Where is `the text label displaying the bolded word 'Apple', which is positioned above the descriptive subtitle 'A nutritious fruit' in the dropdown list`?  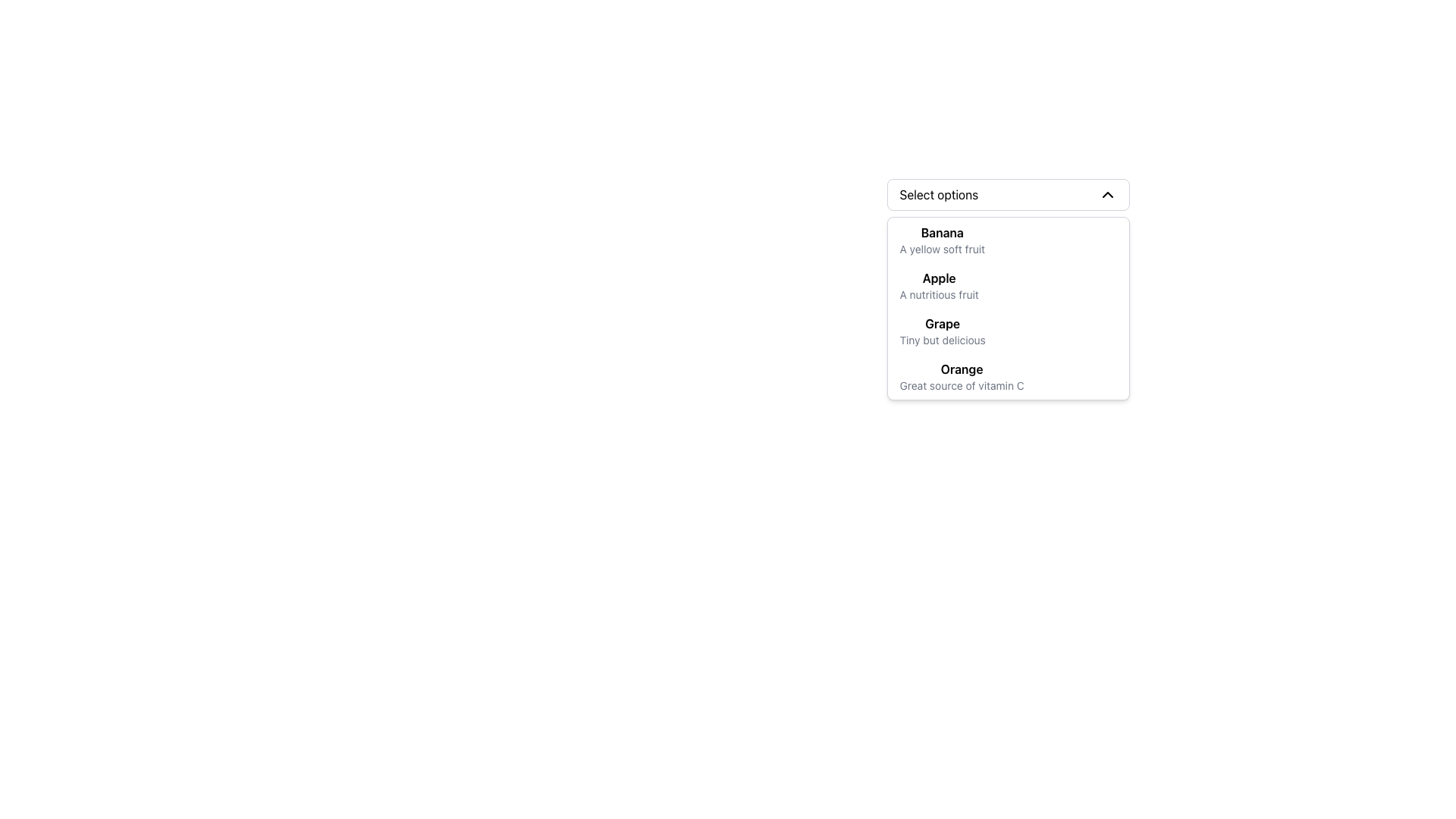
the text label displaying the bolded word 'Apple', which is positioned above the descriptive subtitle 'A nutritious fruit' in the dropdown list is located at coordinates (938, 278).